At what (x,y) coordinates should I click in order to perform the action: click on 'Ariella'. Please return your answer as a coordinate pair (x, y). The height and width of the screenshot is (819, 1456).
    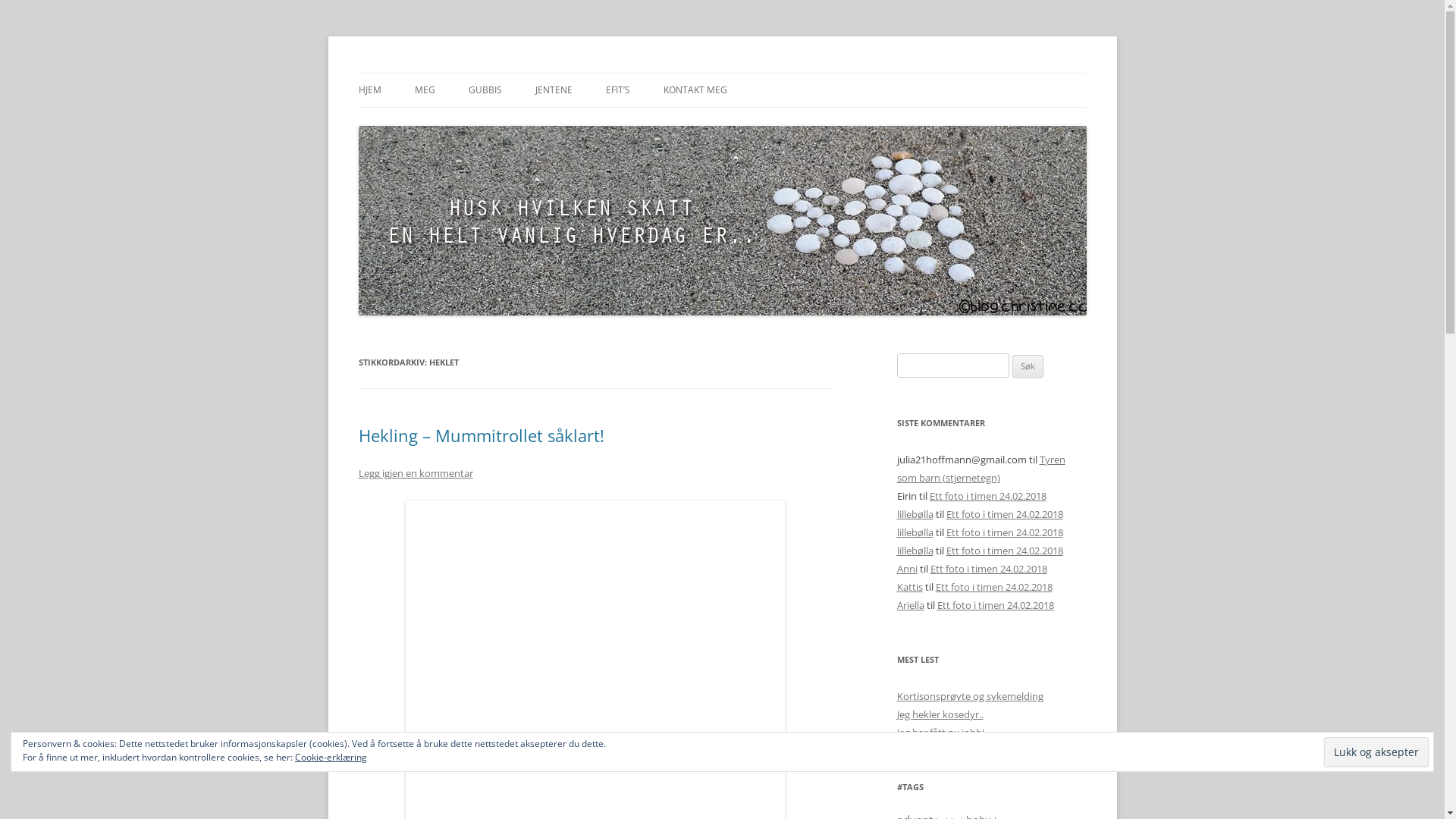
    Looking at the image, I should click on (910, 604).